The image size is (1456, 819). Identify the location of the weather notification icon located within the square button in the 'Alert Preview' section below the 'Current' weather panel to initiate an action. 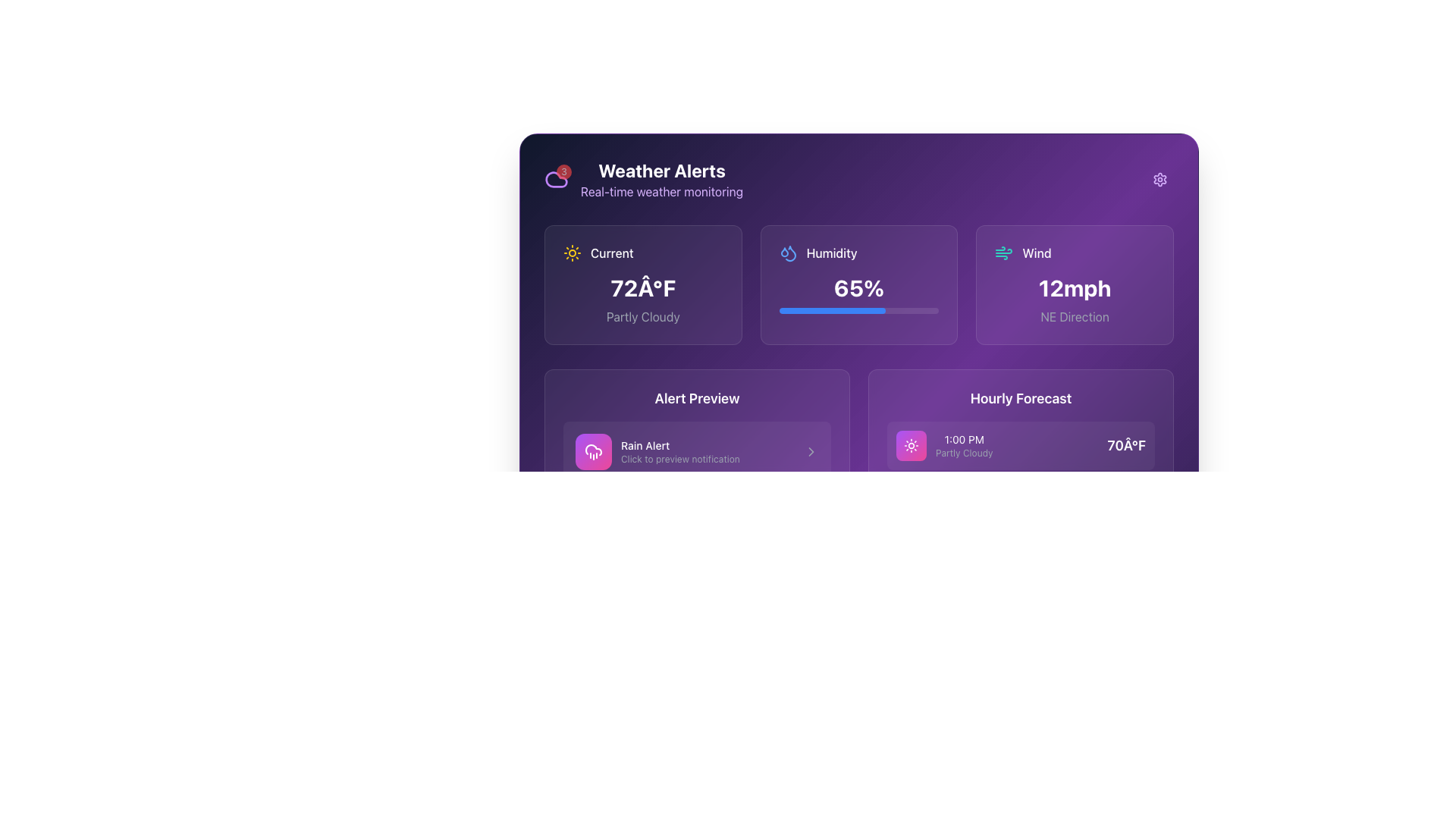
(592, 451).